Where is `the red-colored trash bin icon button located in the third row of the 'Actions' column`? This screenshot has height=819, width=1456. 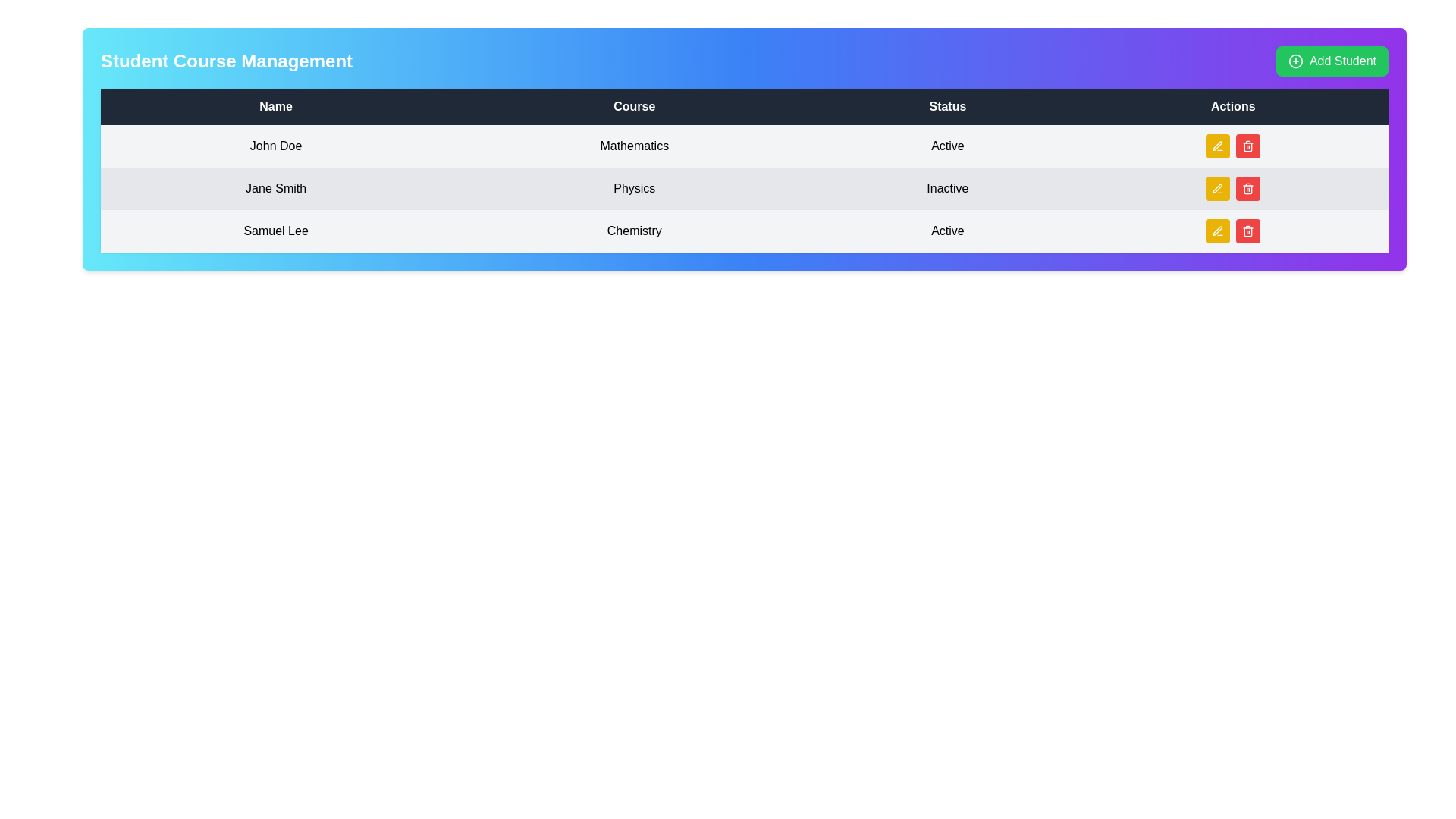
the red-colored trash bin icon button located in the third row of the 'Actions' column is located at coordinates (1248, 188).